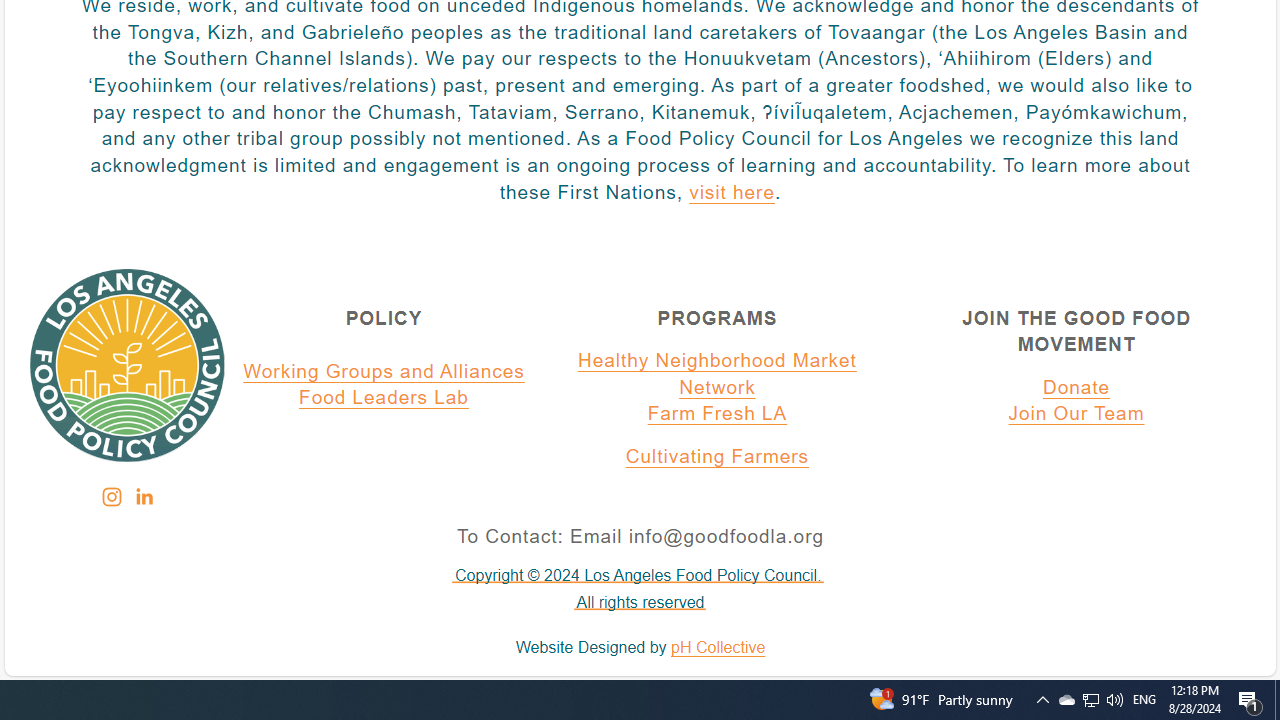 This screenshot has height=720, width=1280. I want to click on 'Cultivating Farmers ', so click(717, 457).